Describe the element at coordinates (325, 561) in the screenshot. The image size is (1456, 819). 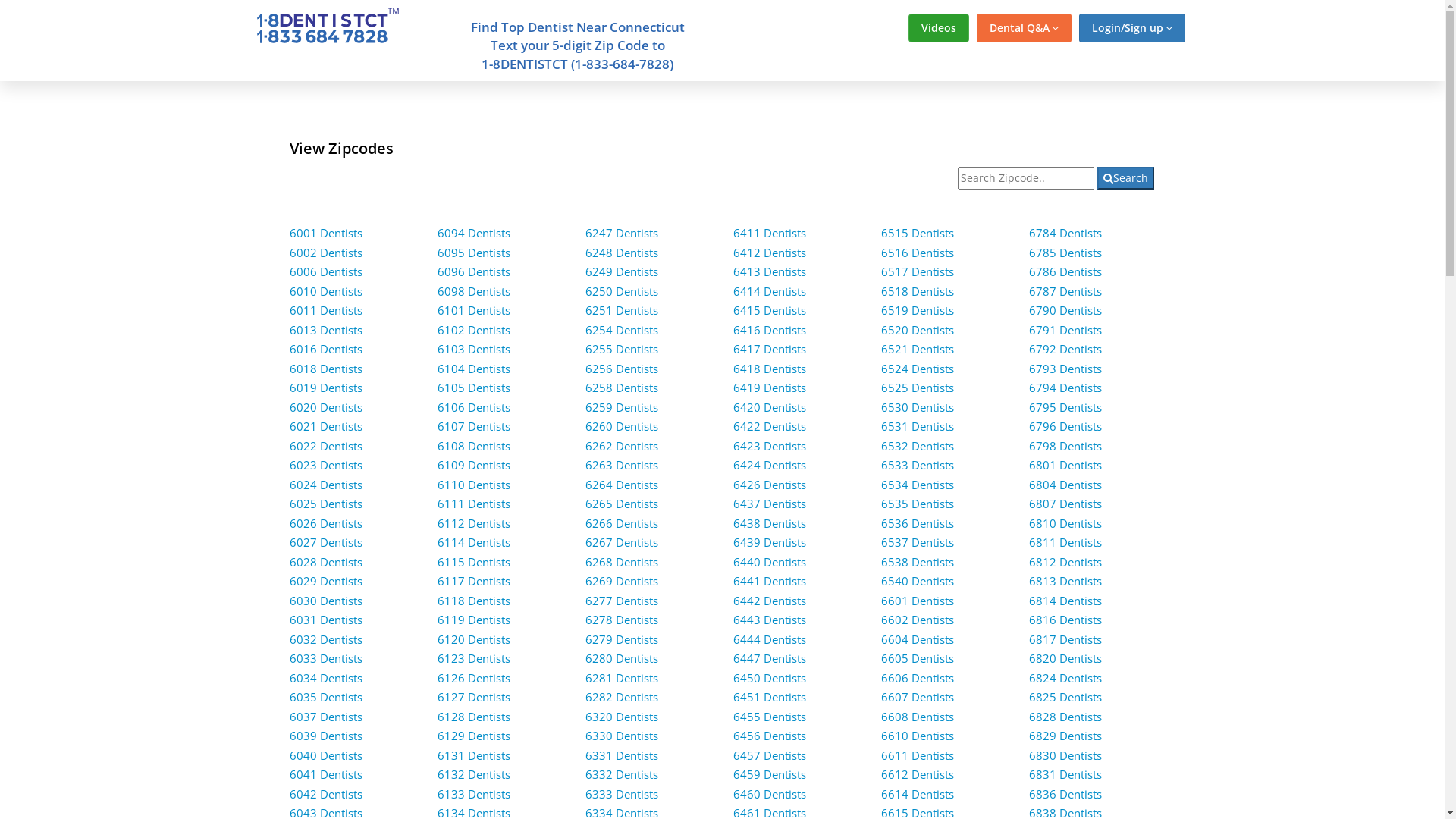
I see `'6028 Dentists'` at that location.